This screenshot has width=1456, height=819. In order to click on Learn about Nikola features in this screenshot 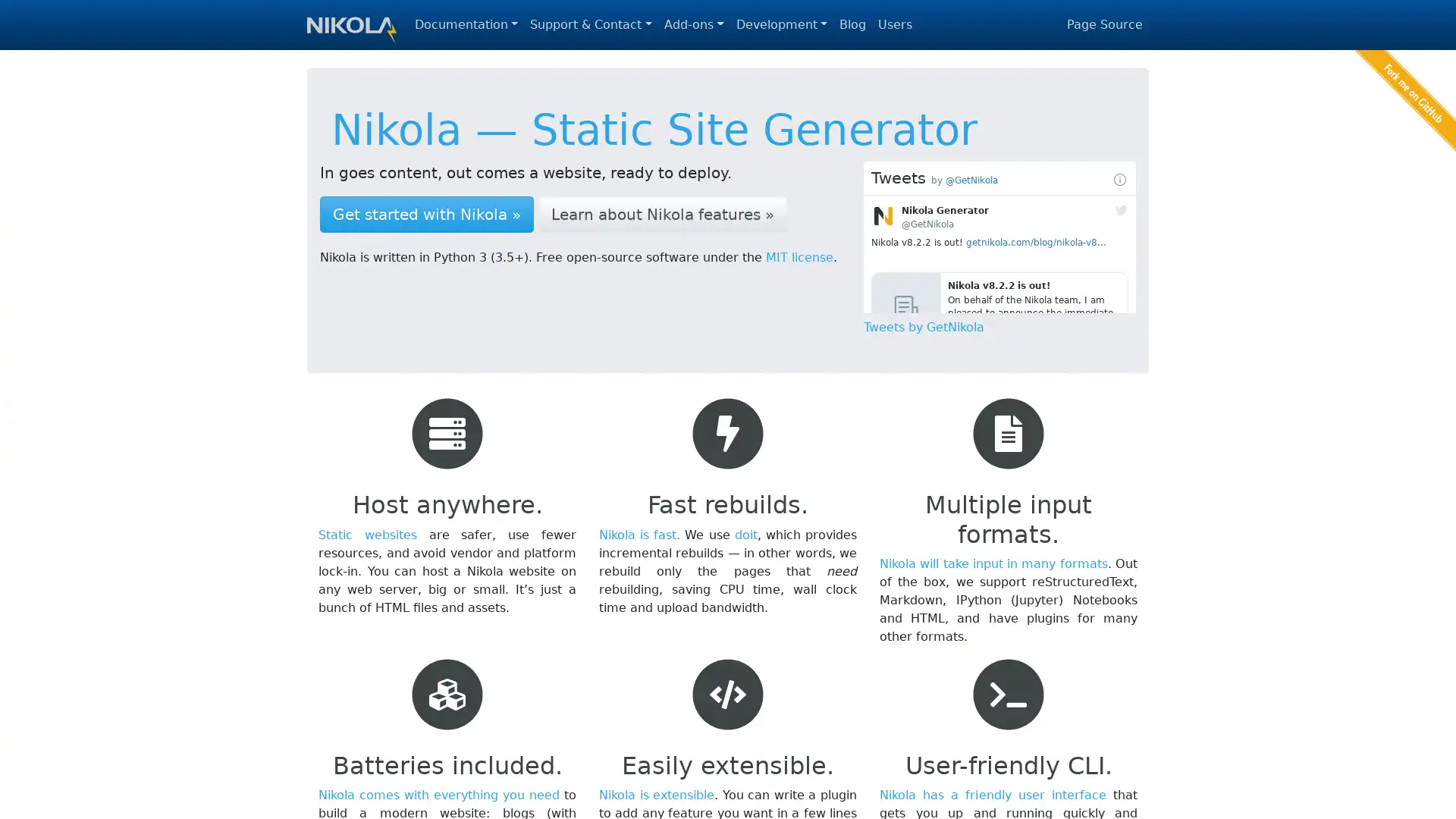, I will do `click(662, 214)`.